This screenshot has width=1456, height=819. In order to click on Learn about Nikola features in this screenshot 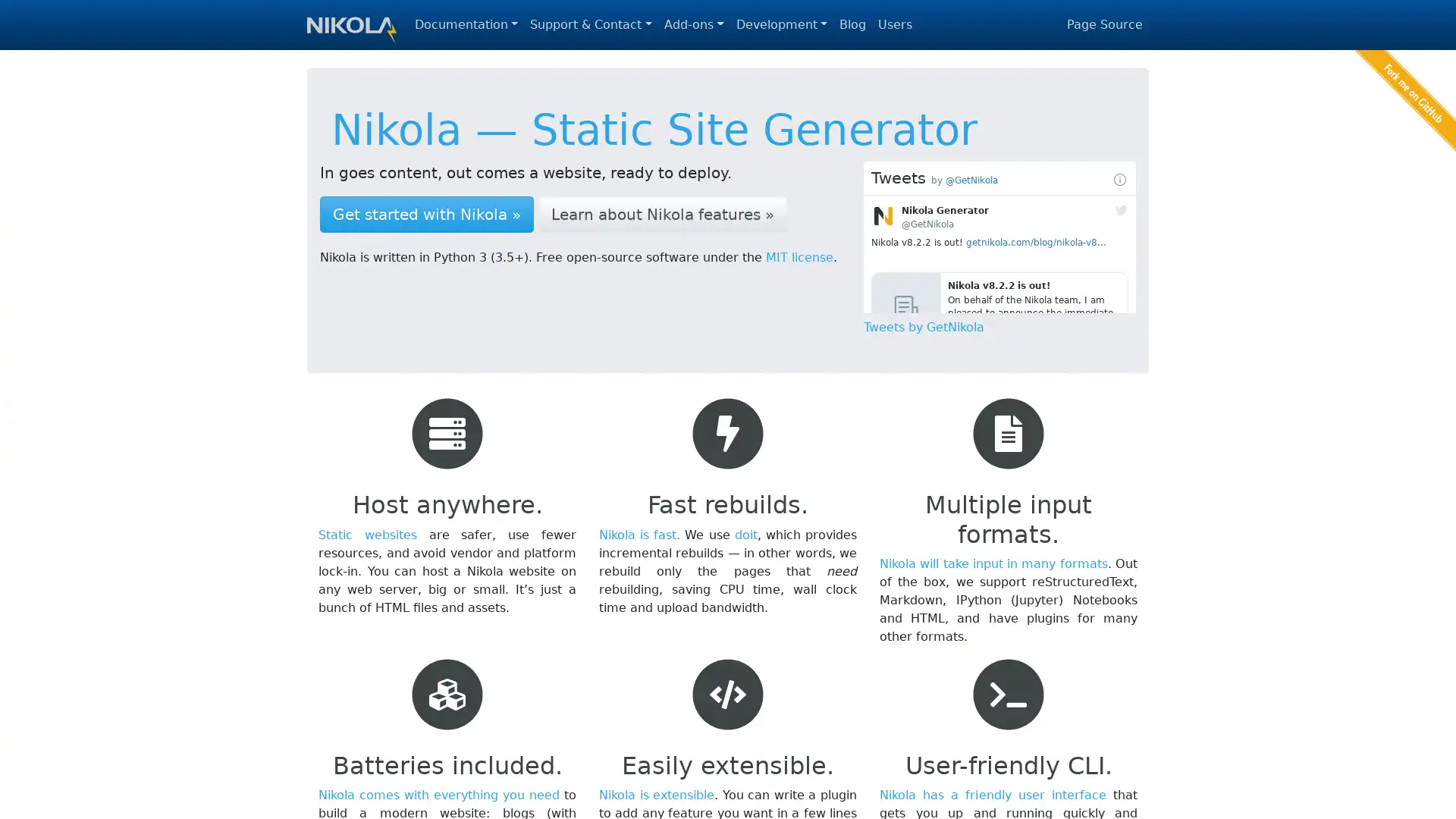, I will do `click(662, 214)`.